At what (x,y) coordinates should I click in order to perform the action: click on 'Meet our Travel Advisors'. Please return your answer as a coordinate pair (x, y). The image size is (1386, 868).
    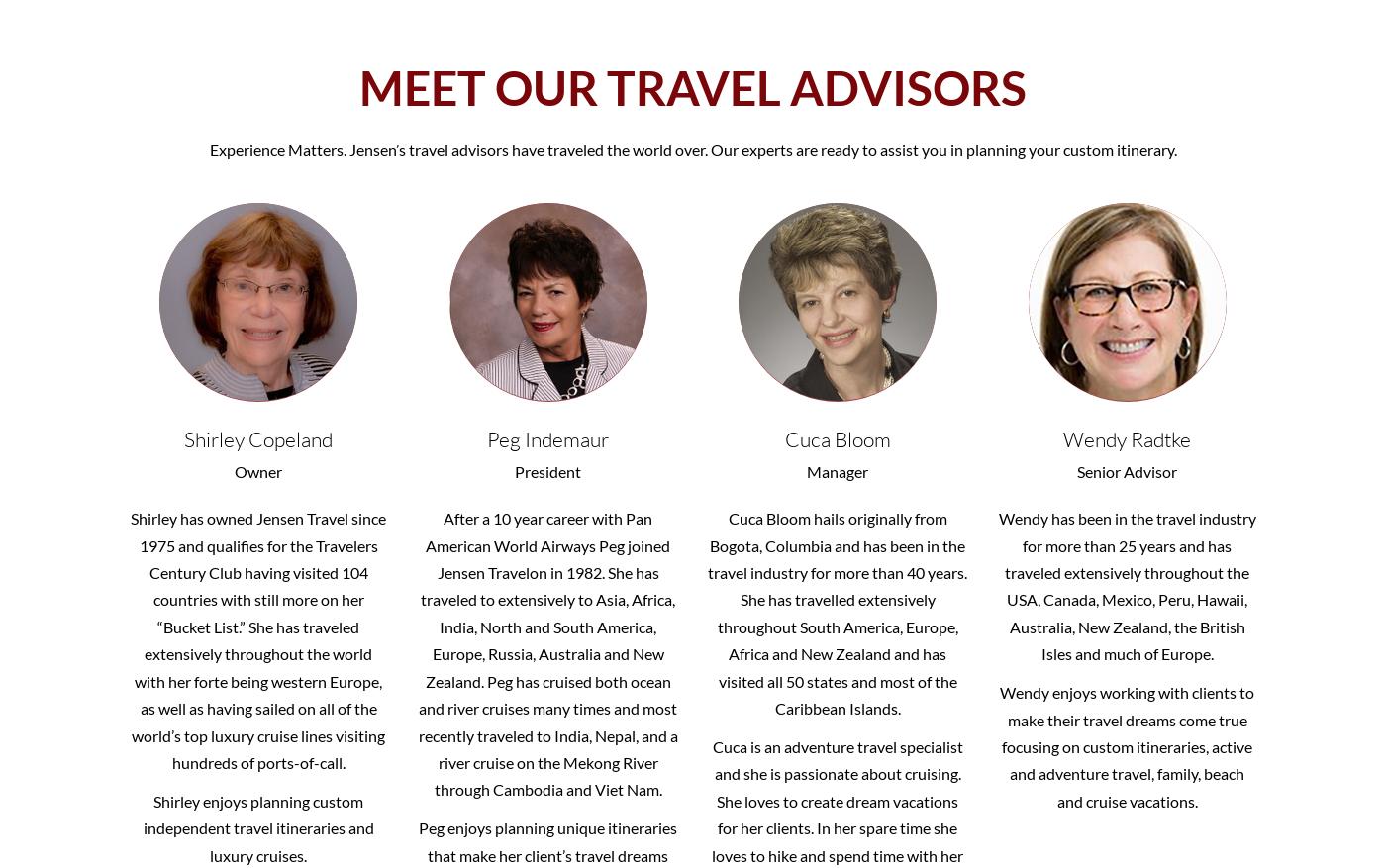
    Looking at the image, I should click on (693, 87).